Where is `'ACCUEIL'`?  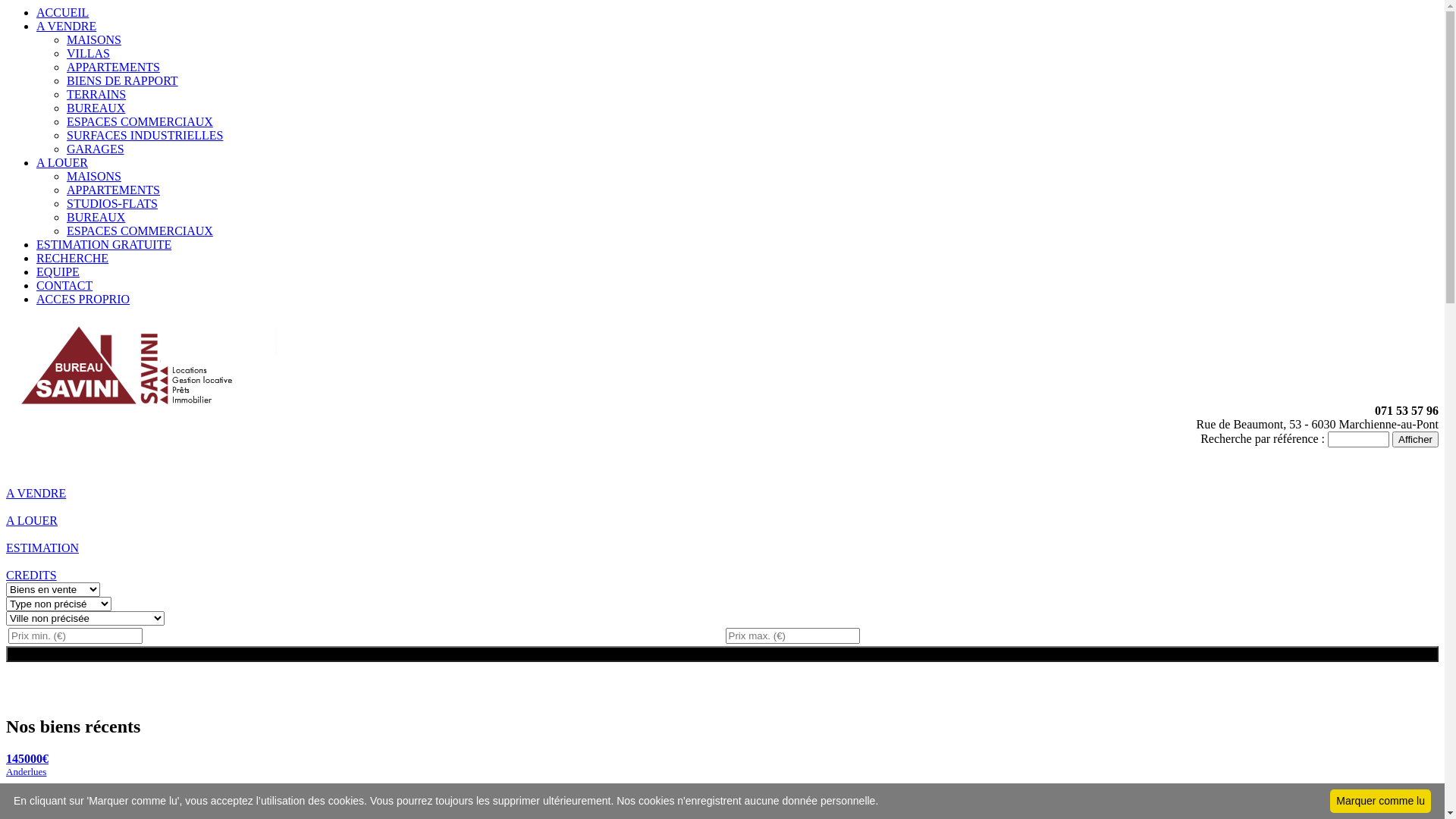 'ACCUEIL' is located at coordinates (61, 12).